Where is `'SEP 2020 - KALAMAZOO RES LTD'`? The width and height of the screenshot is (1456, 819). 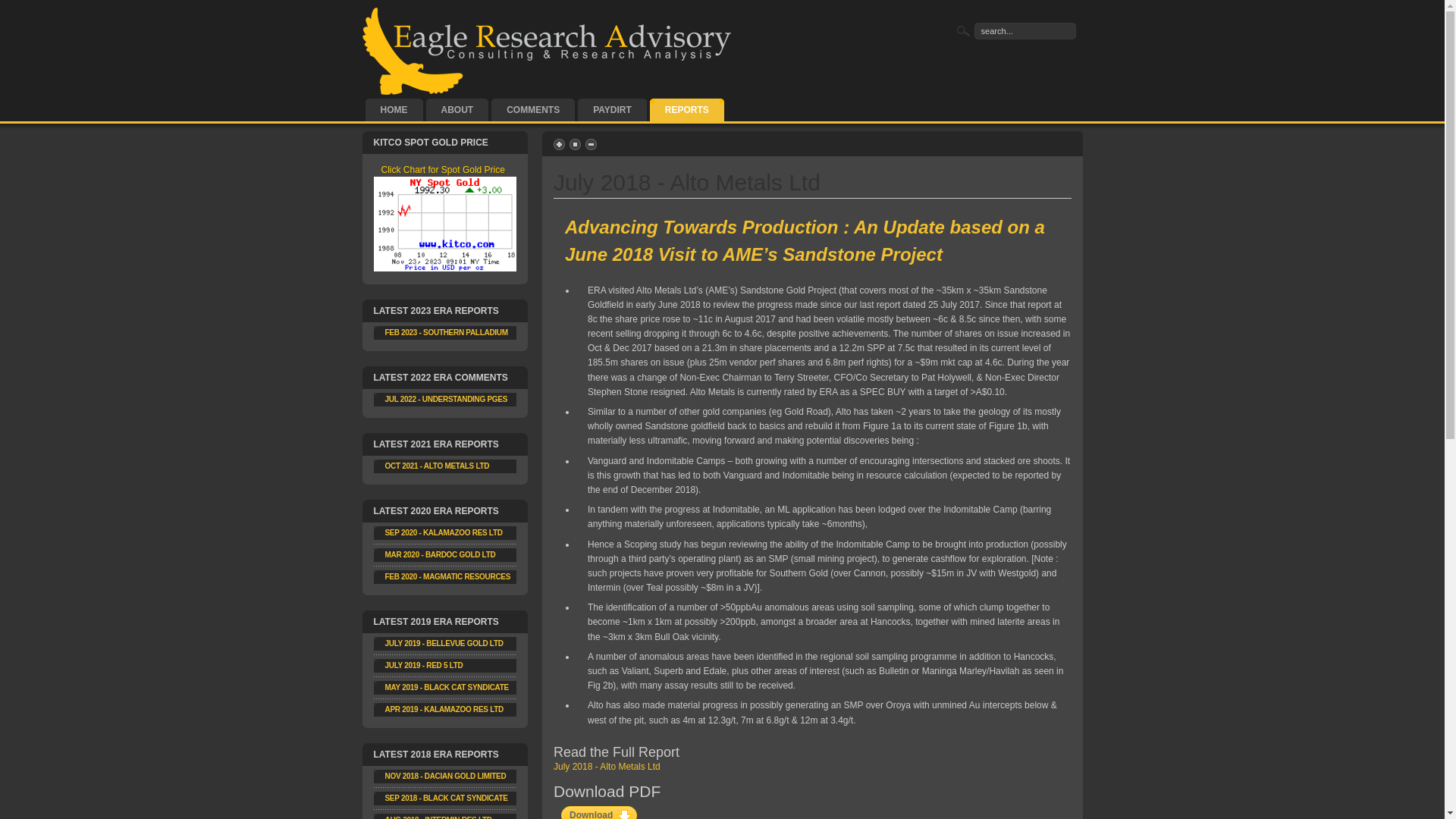 'SEP 2020 - KALAMAZOO RES LTD' is located at coordinates (443, 532).